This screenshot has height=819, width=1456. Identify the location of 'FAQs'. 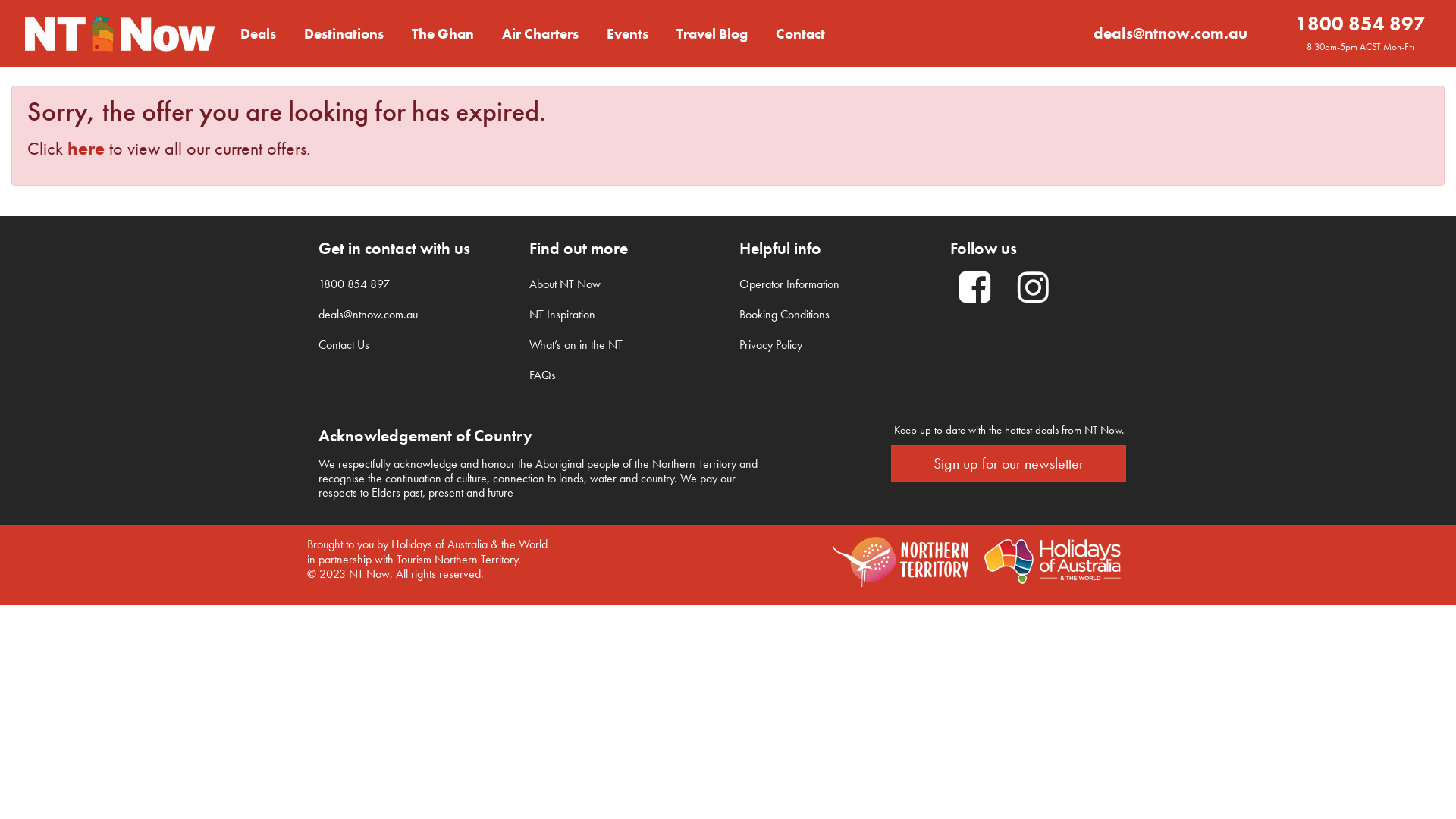
(542, 375).